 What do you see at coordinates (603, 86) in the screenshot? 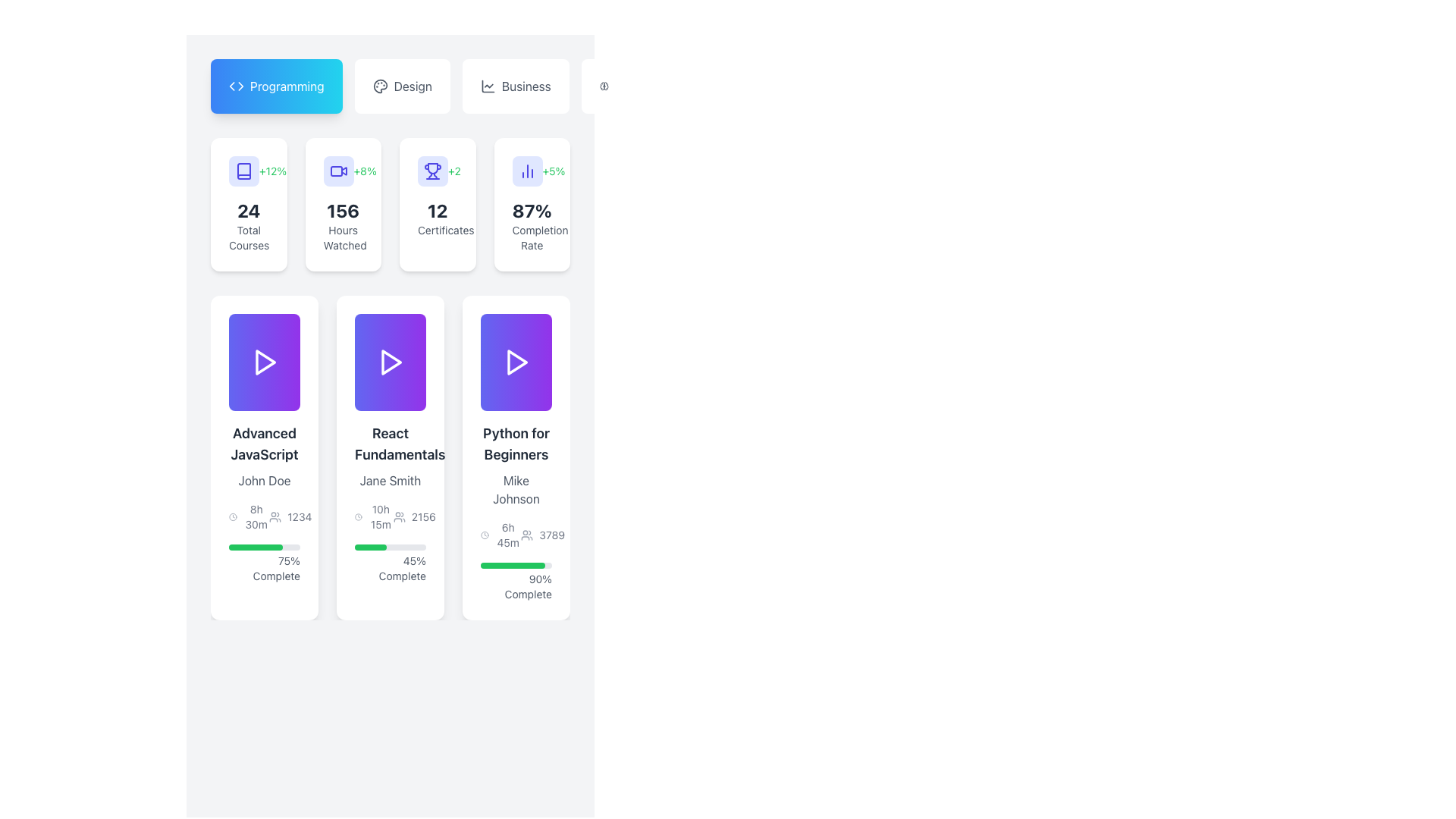
I see `the brain icon located on the 'AI & Data' button, which is styled as an SVG and has a rounded outline` at bounding box center [603, 86].